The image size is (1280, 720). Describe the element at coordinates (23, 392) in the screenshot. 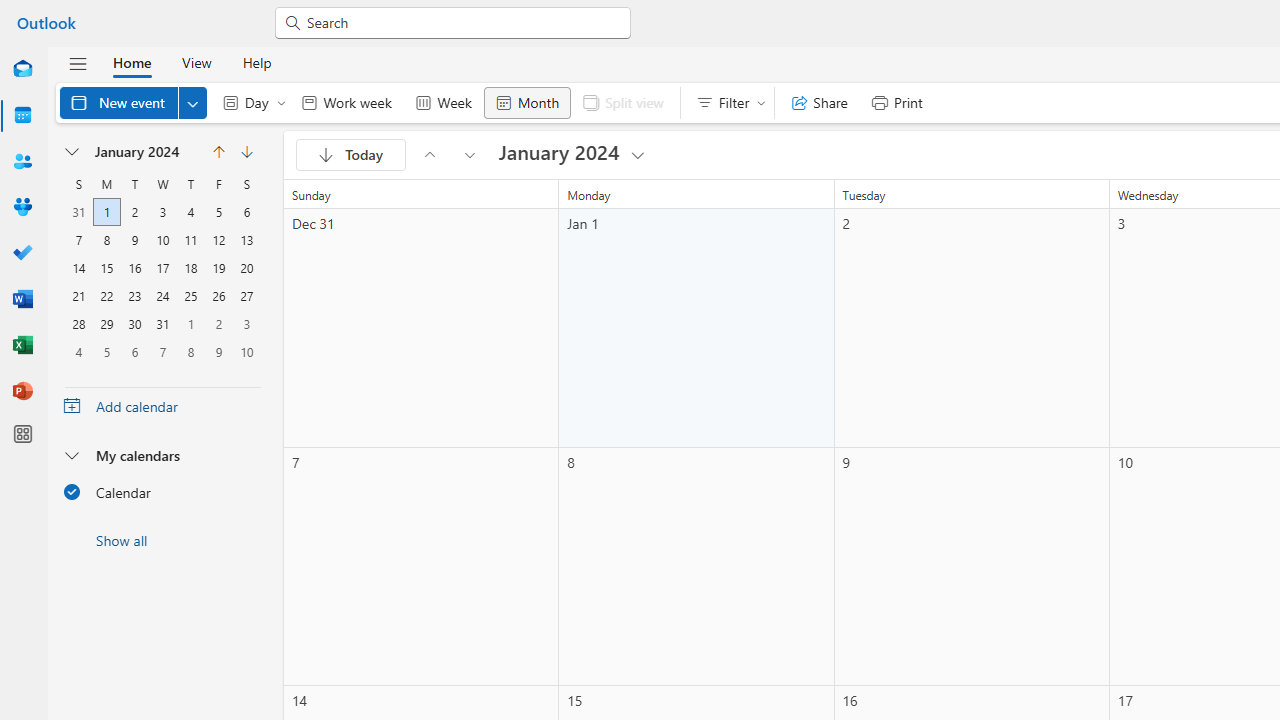

I see `'PowerPoint'` at that location.